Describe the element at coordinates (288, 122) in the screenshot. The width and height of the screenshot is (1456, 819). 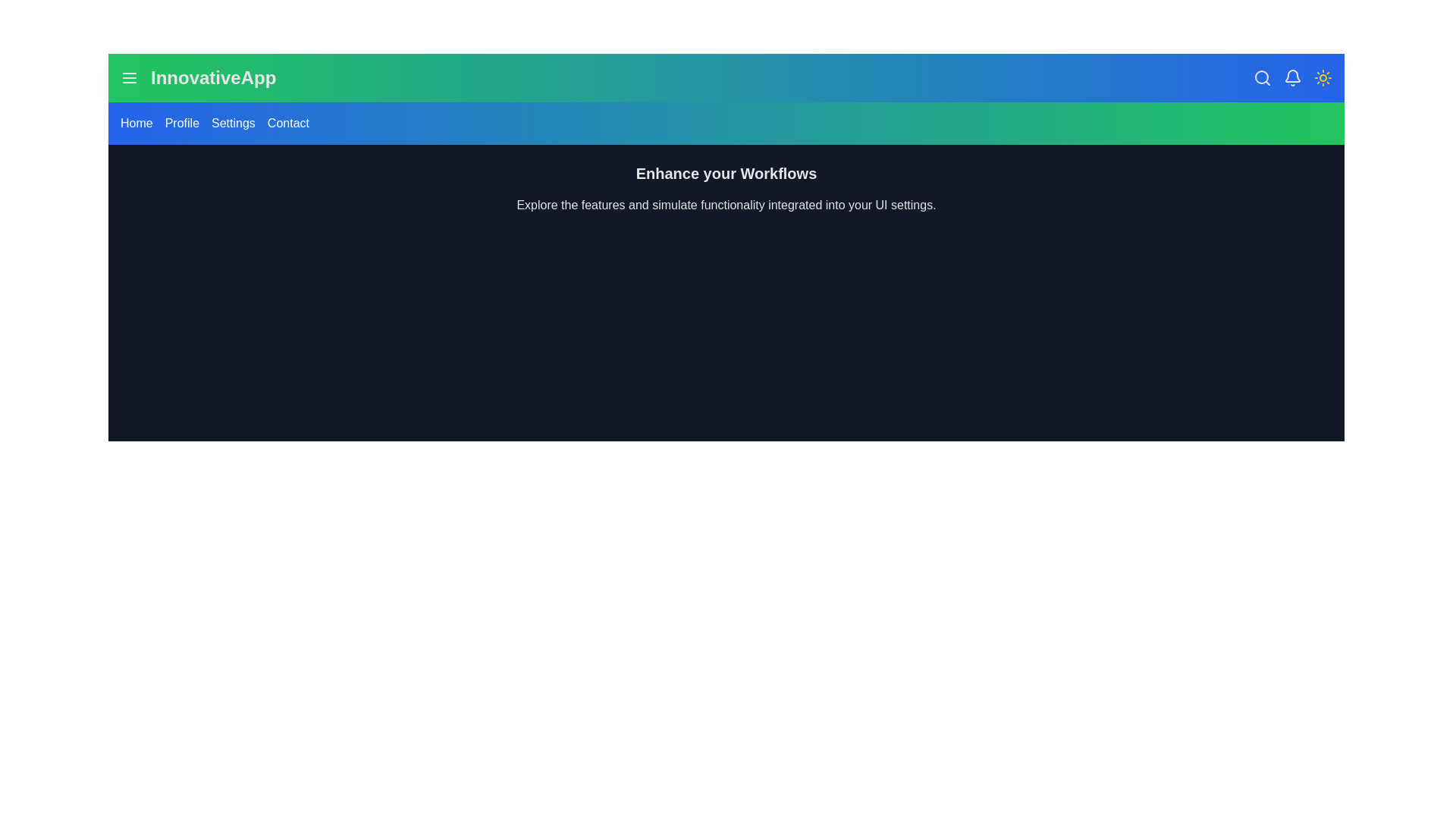
I see `the navigation link Contact to observe its hover effect` at that location.